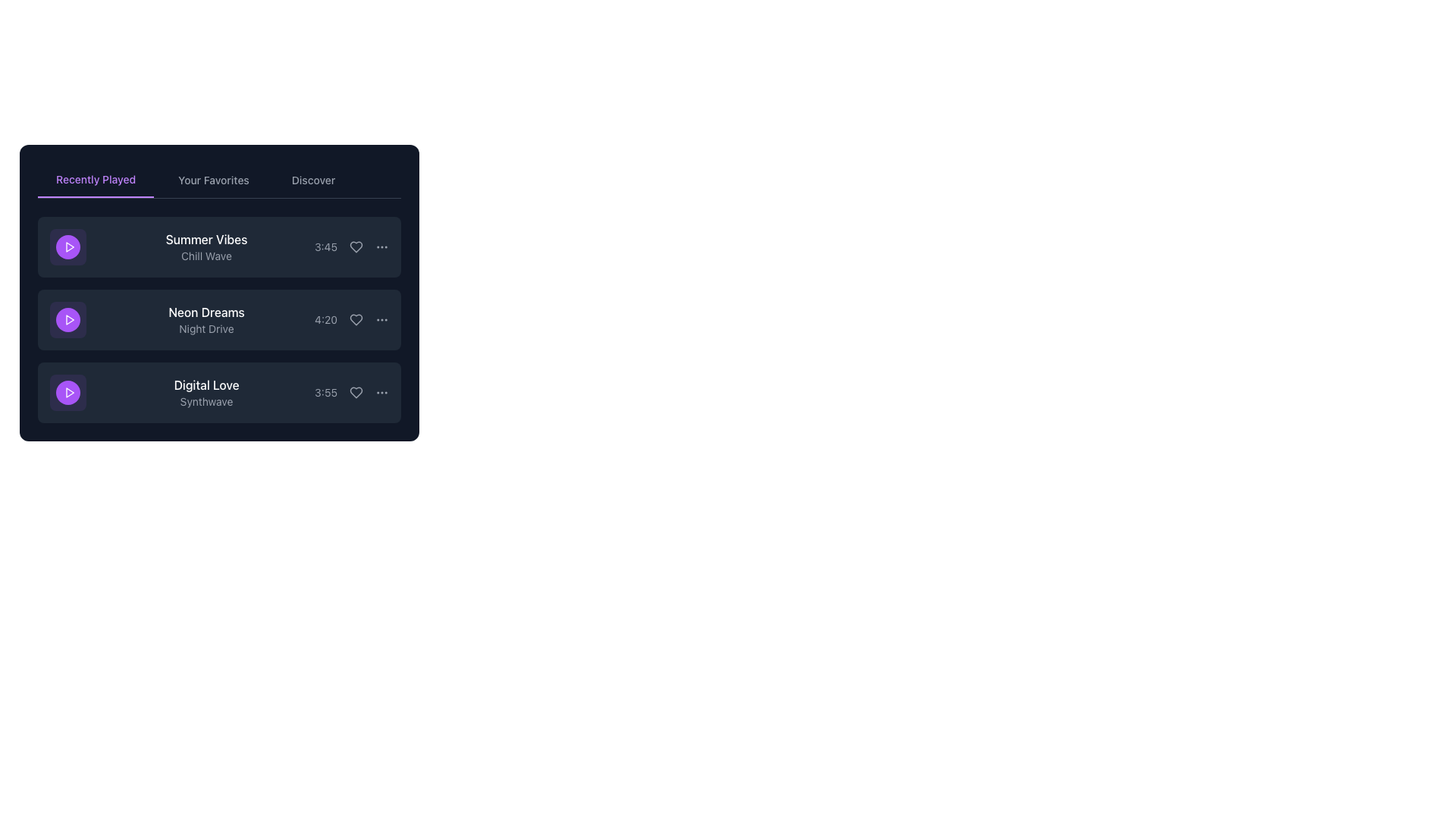  Describe the element at coordinates (206, 256) in the screenshot. I see `the 'Chill Wave' text label, which is displayed in a smaller gray font beneath the 'Summer Vibes' heading in the 'Recently Played' section` at that location.